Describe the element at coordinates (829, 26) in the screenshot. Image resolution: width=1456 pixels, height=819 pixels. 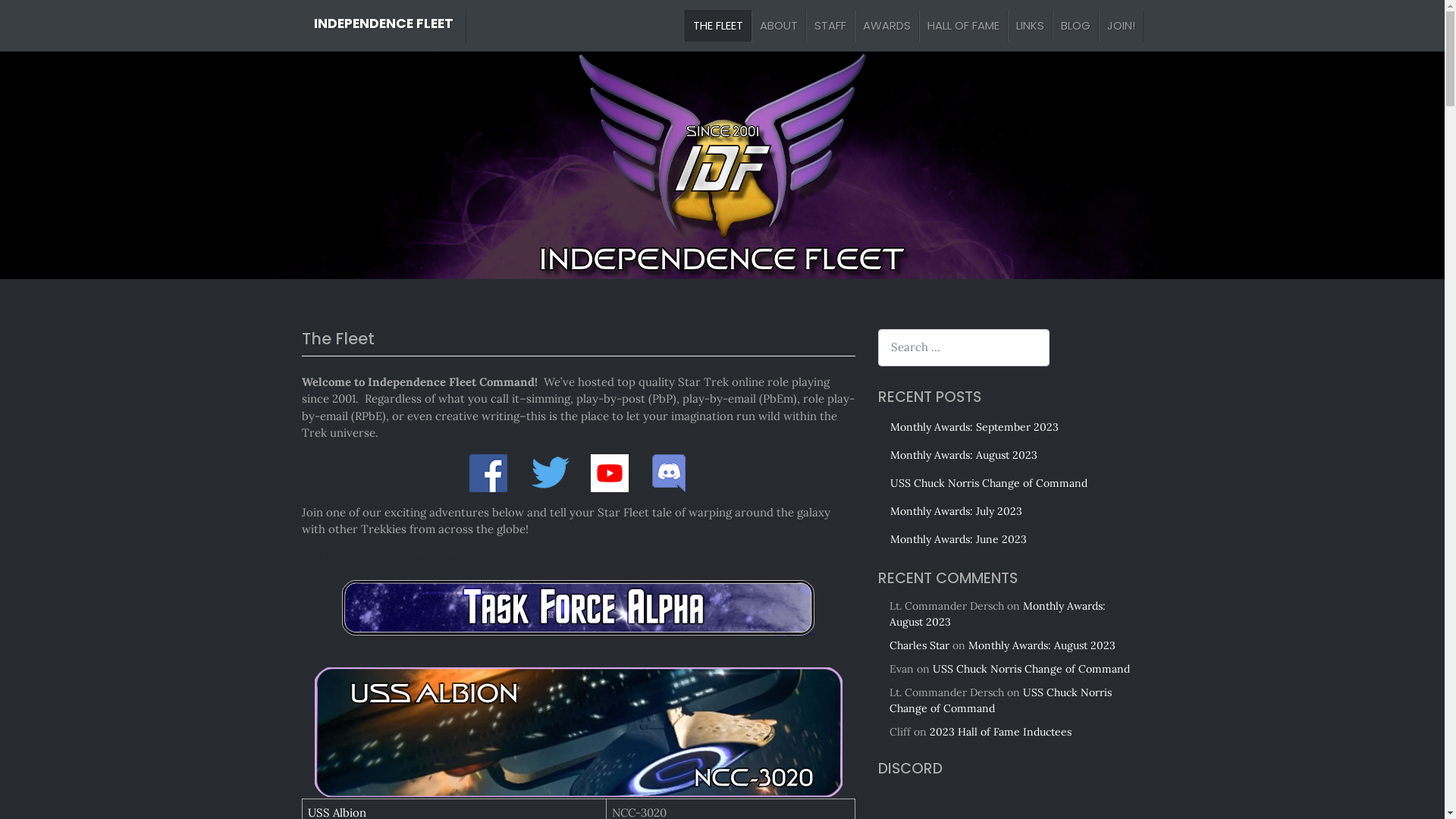
I see `'STAFF'` at that location.